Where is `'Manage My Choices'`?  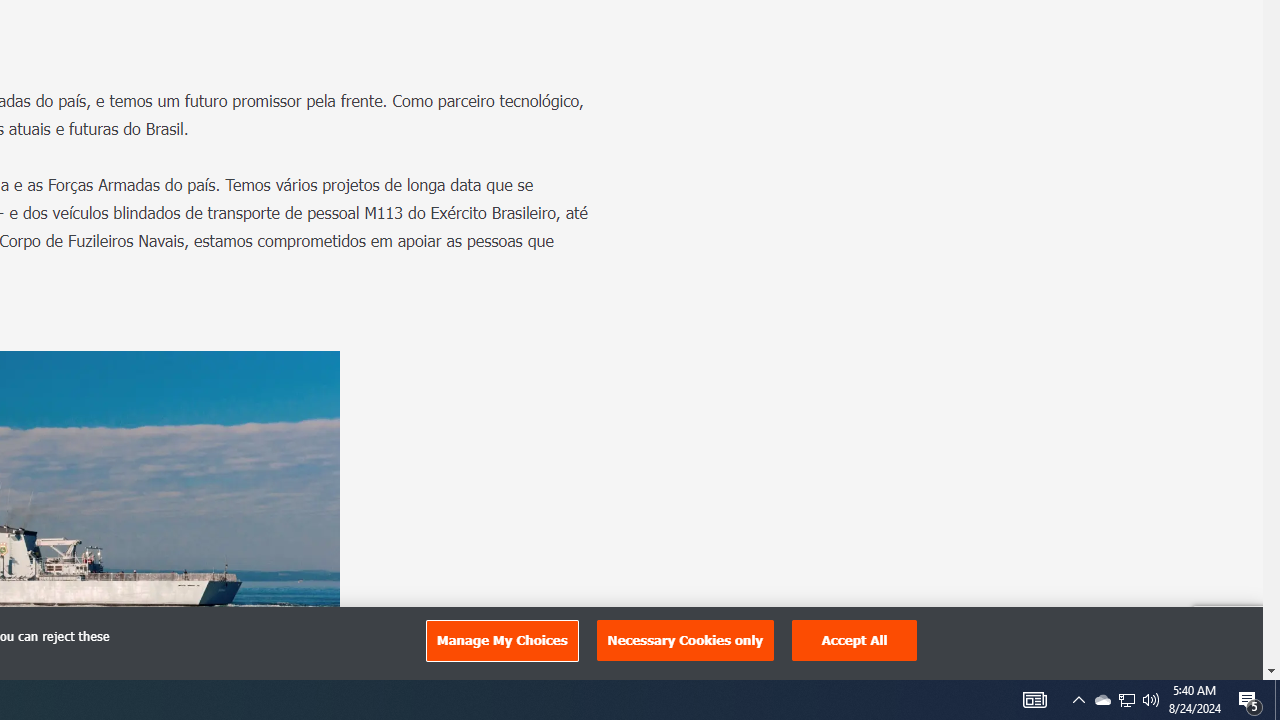 'Manage My Choices' is located at coordinates (501, 640).